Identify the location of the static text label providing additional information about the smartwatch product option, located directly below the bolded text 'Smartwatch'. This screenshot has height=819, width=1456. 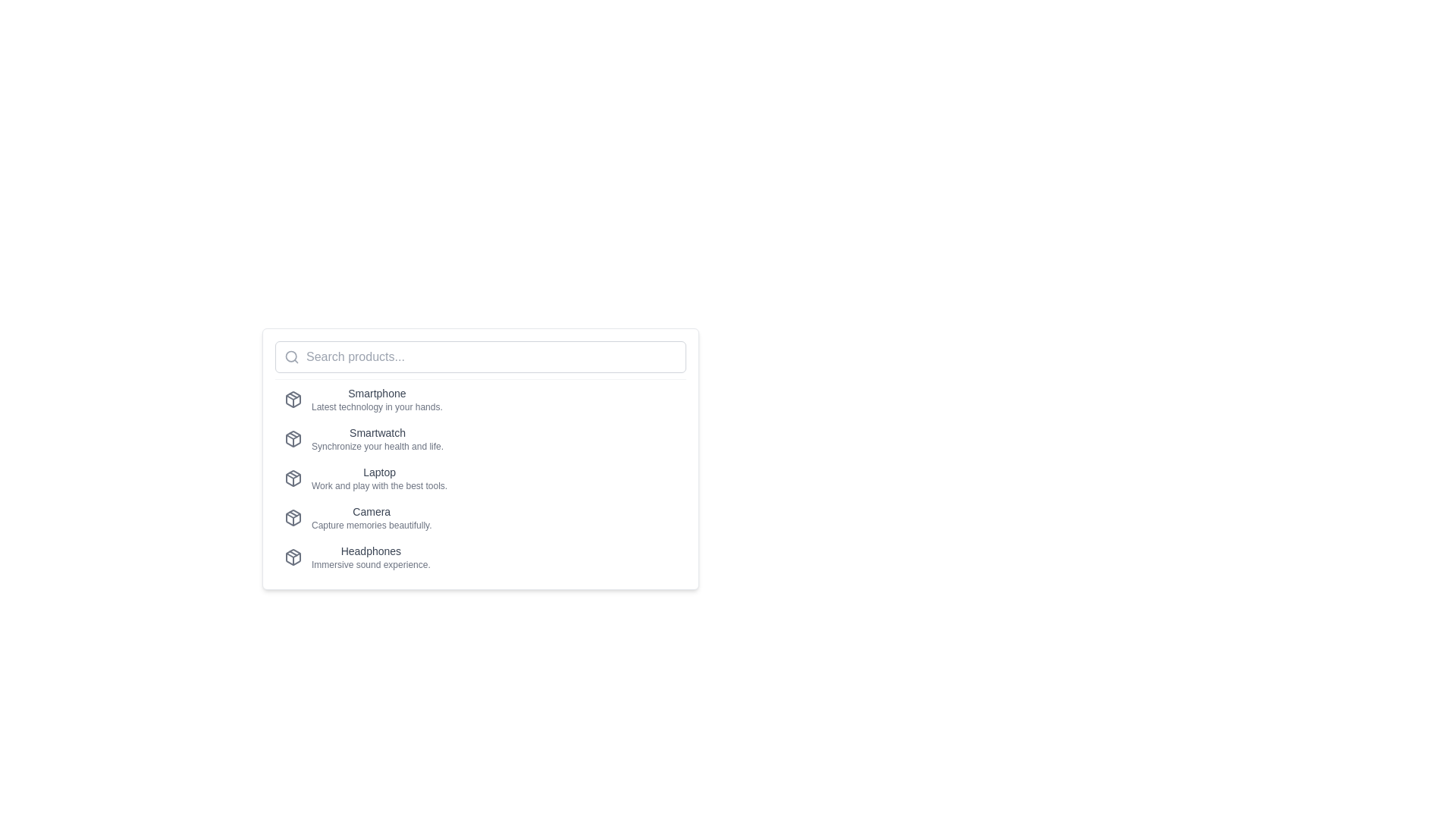
(378, 446).